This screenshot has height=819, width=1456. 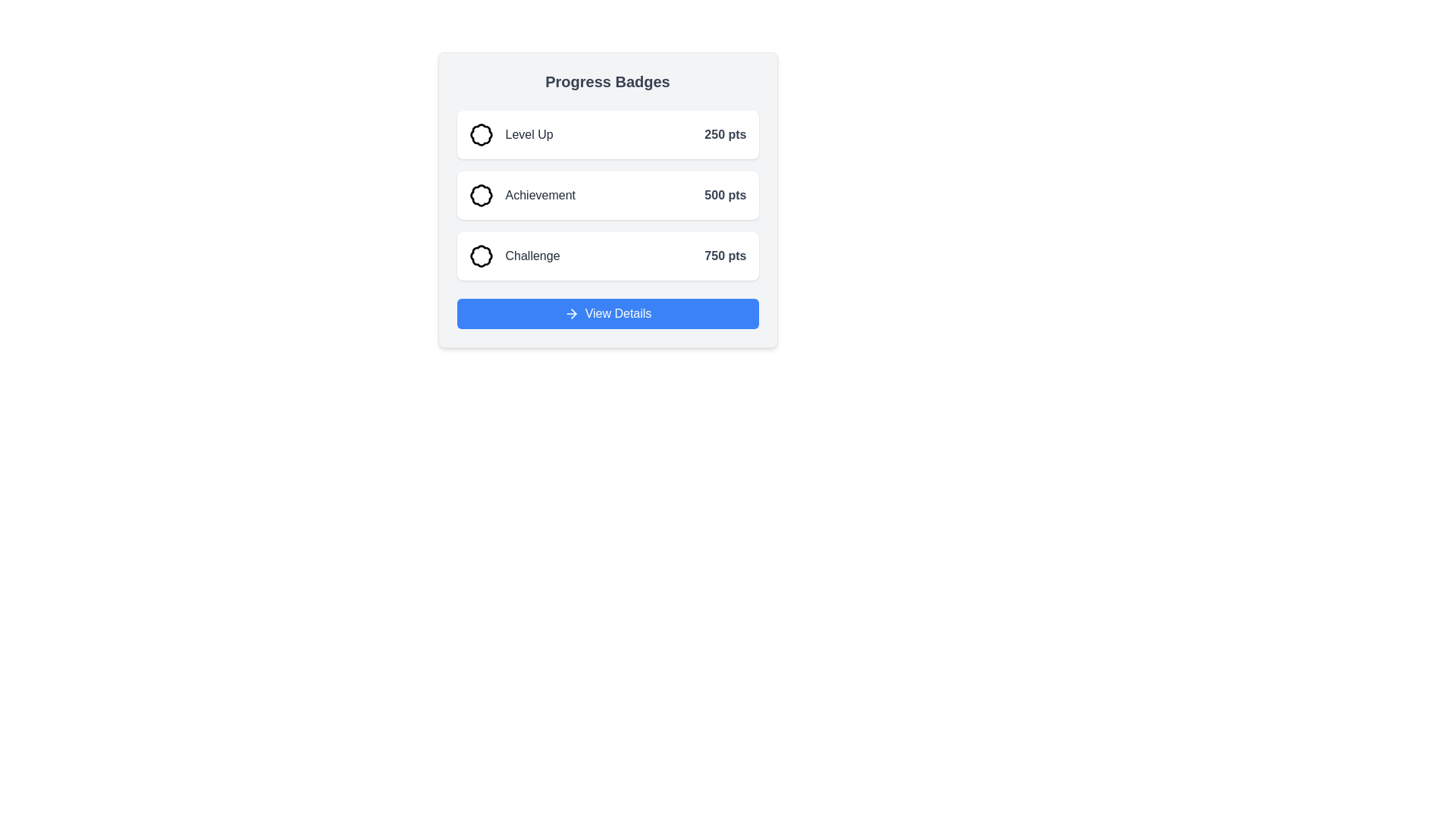 What do you see at coordinates (480, 133) in the screenshot?
I see `the circular badge icon with a scalloped edge in light blue color located at the top-left corner of the 'Level Up' row in the 'Progress Badges' section` at bounding box center [480, 133].